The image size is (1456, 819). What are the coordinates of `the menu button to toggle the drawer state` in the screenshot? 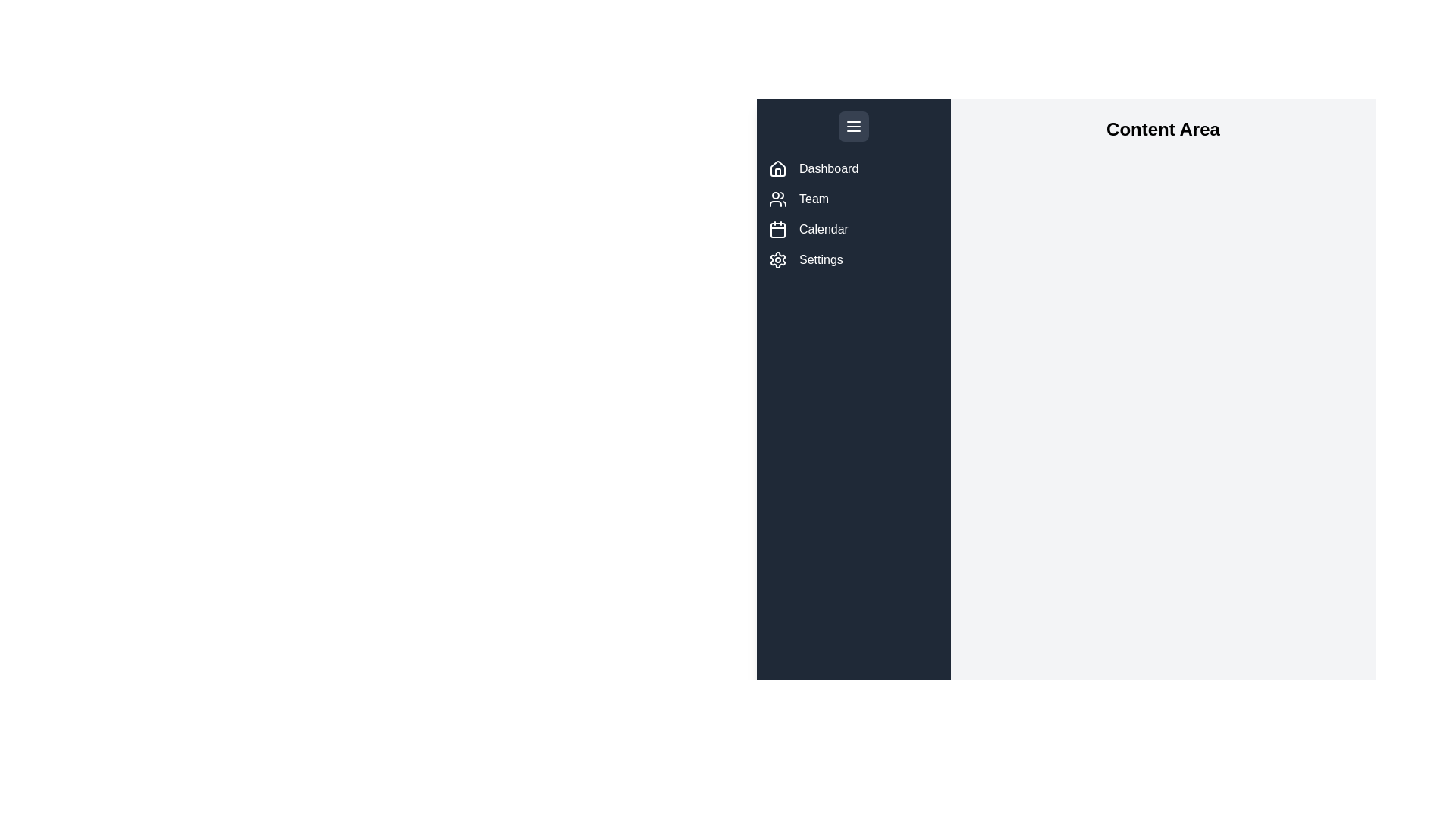 It's located at (854, 125).